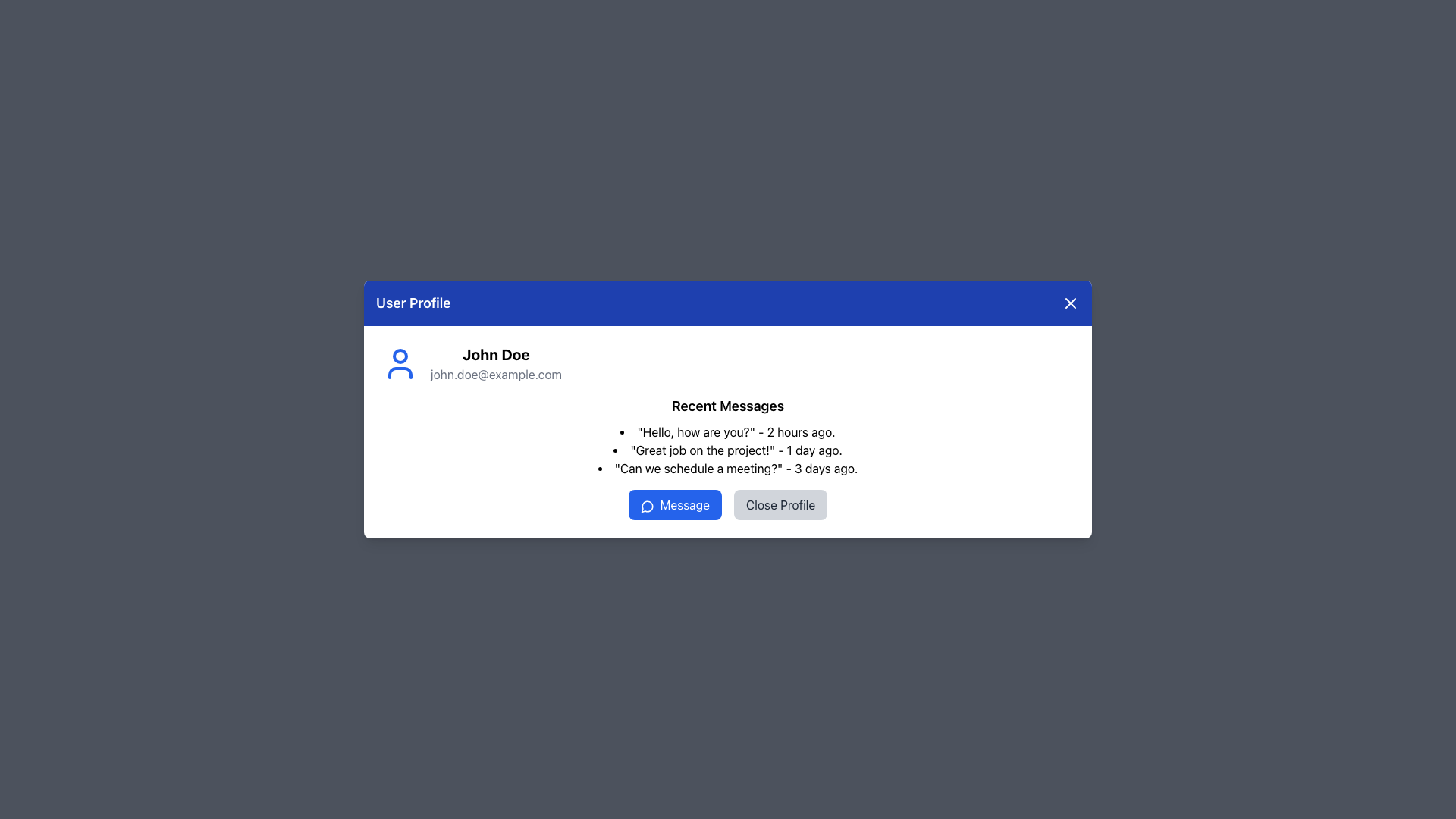 Image resolution: width=1456 pixels, height=819 pixels. Describe the element at coordinates (728, 467) in the screenshot. I see `the last entry in the 'Recent Messages' list, which reads '"Can we schedule a meeting?" - 3 days ago.' This entry is styled with a bullet point and is the third item in the list under 'John Doe.'` at that location.